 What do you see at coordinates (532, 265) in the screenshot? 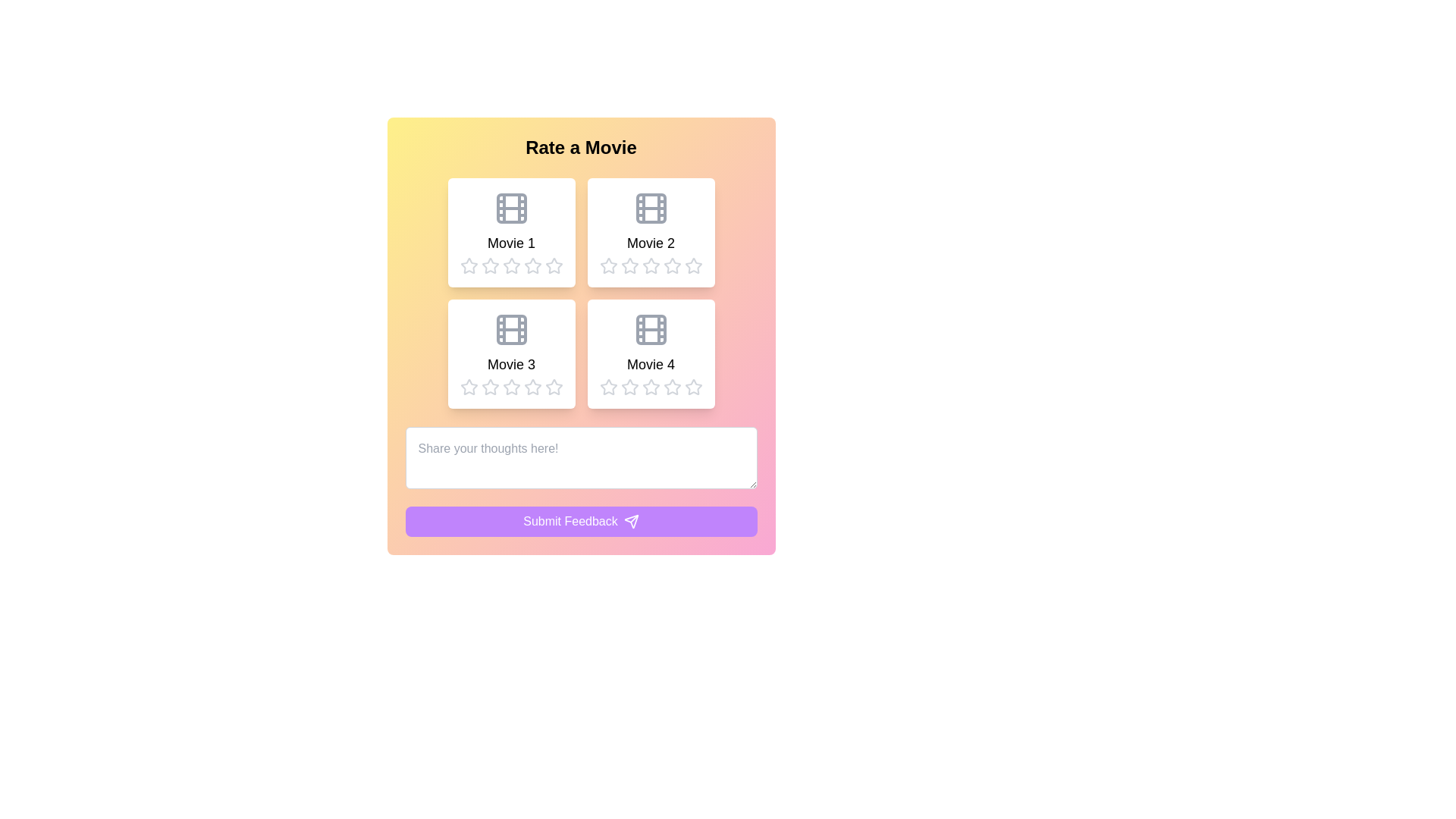
I see `the second star icon in the row of rating stars to set a two-star rating for the associated movie` at bounding box center [532, 265].